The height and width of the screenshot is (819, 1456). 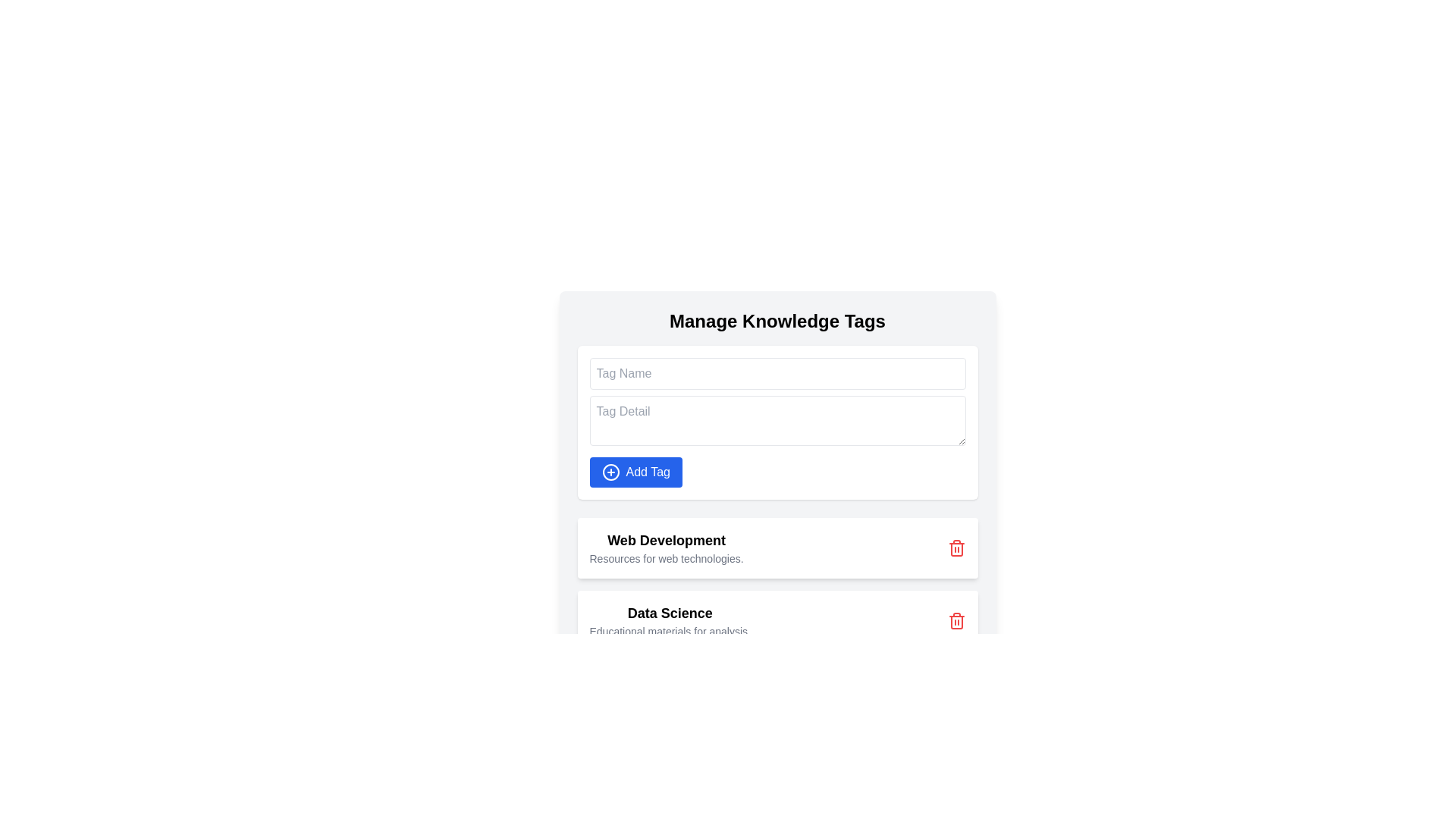 I want to click on the static text label that reads 'Data Science', which is styled in bold black text and serves as a primary label above its sibling text element, so click(x=669, y=613).